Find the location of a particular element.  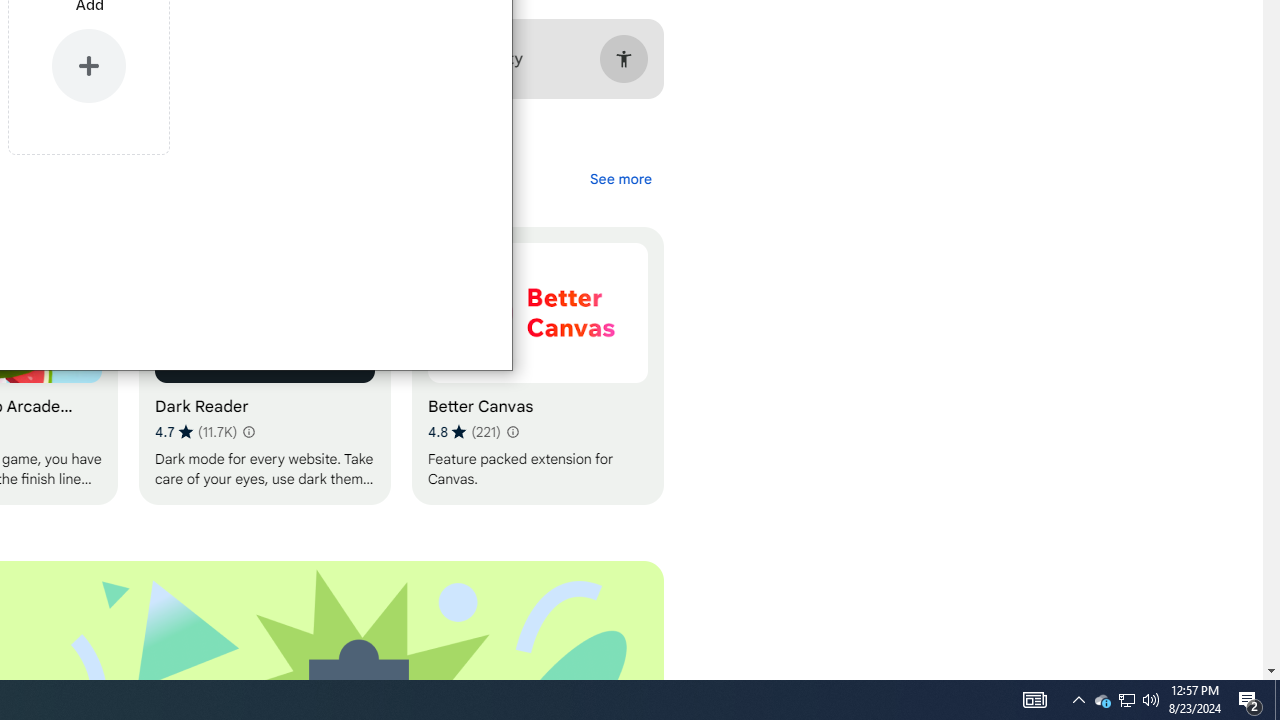

'Q2790: 100%' is located at coordinates (1151, 698).